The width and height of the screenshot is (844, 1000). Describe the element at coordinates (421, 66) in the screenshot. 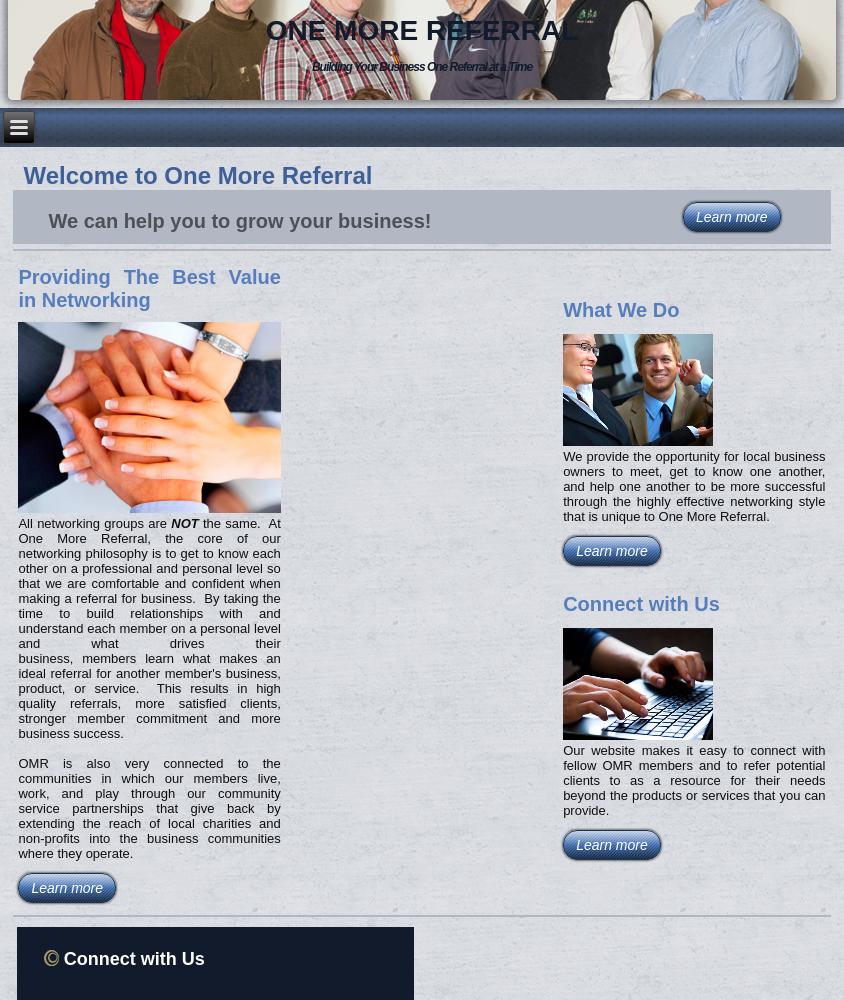

I see `'Building Your Business One Referral at a Time'` at that location.